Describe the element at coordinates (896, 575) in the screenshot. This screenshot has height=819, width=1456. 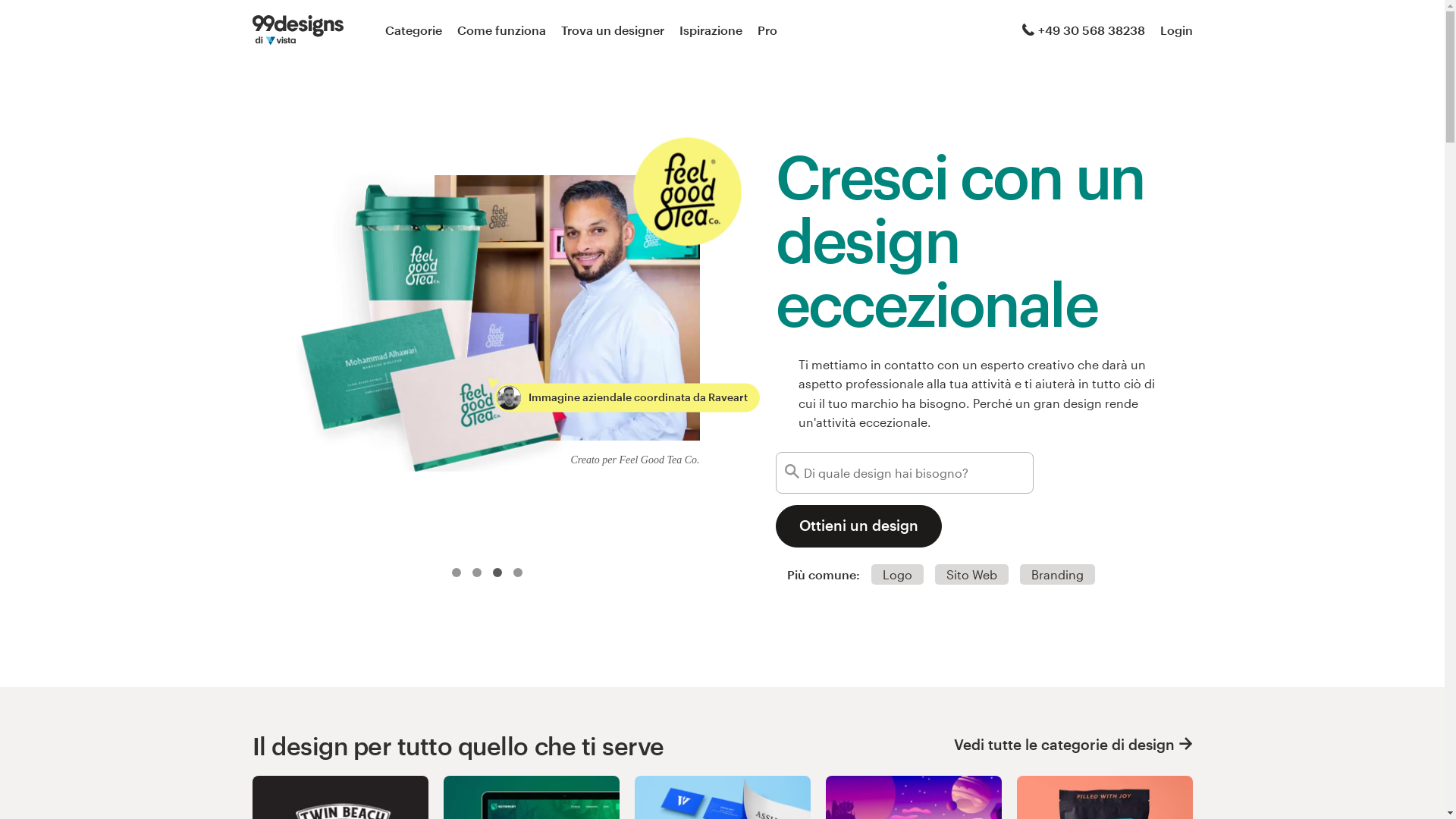
I see `'Logo'` at that location.